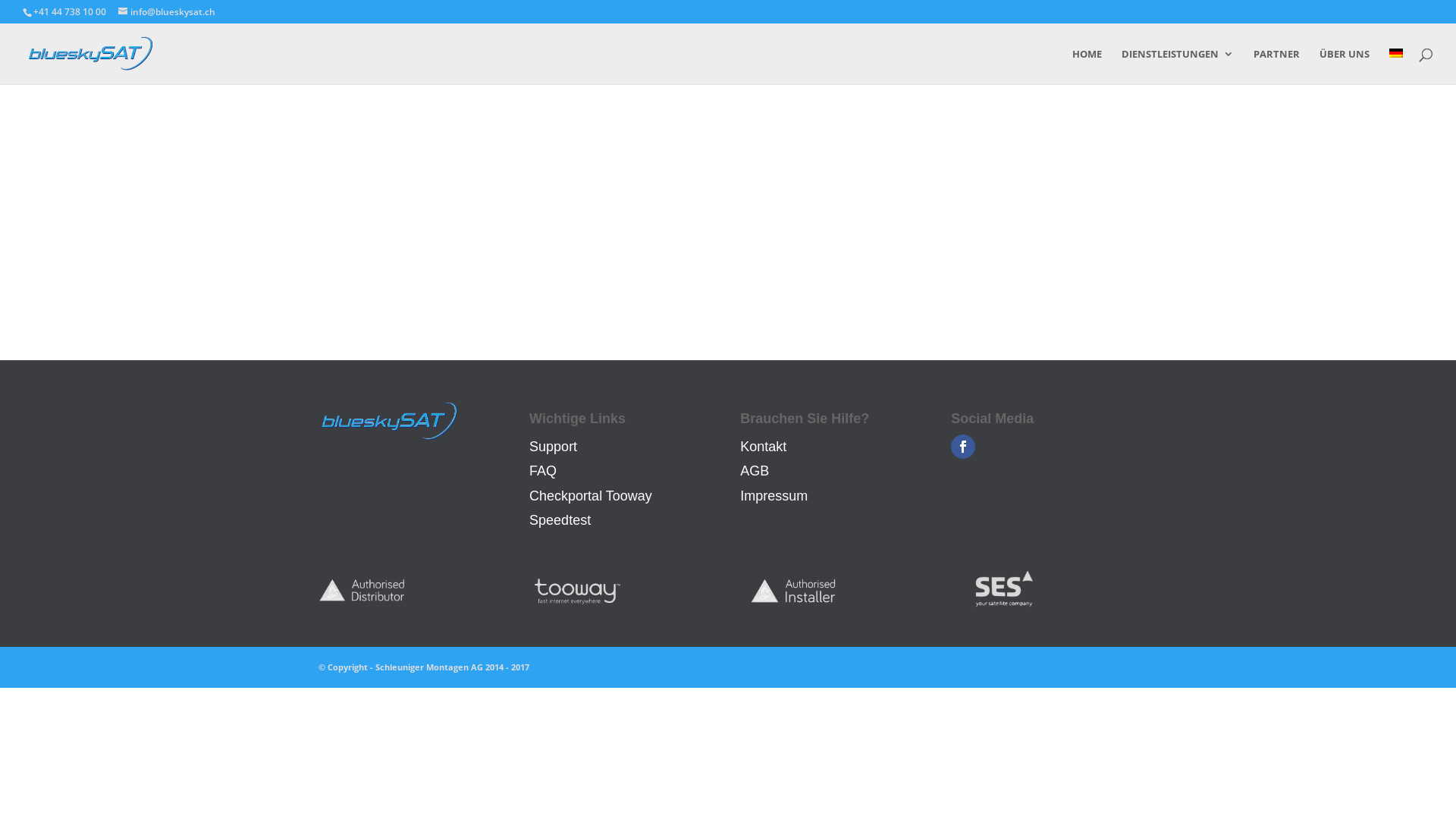 Image resolution: width=1456 pixels, height=819 pixels. Describe the element at coordinates (552, 446) in the screenshot. I see `'Support'` at that location.